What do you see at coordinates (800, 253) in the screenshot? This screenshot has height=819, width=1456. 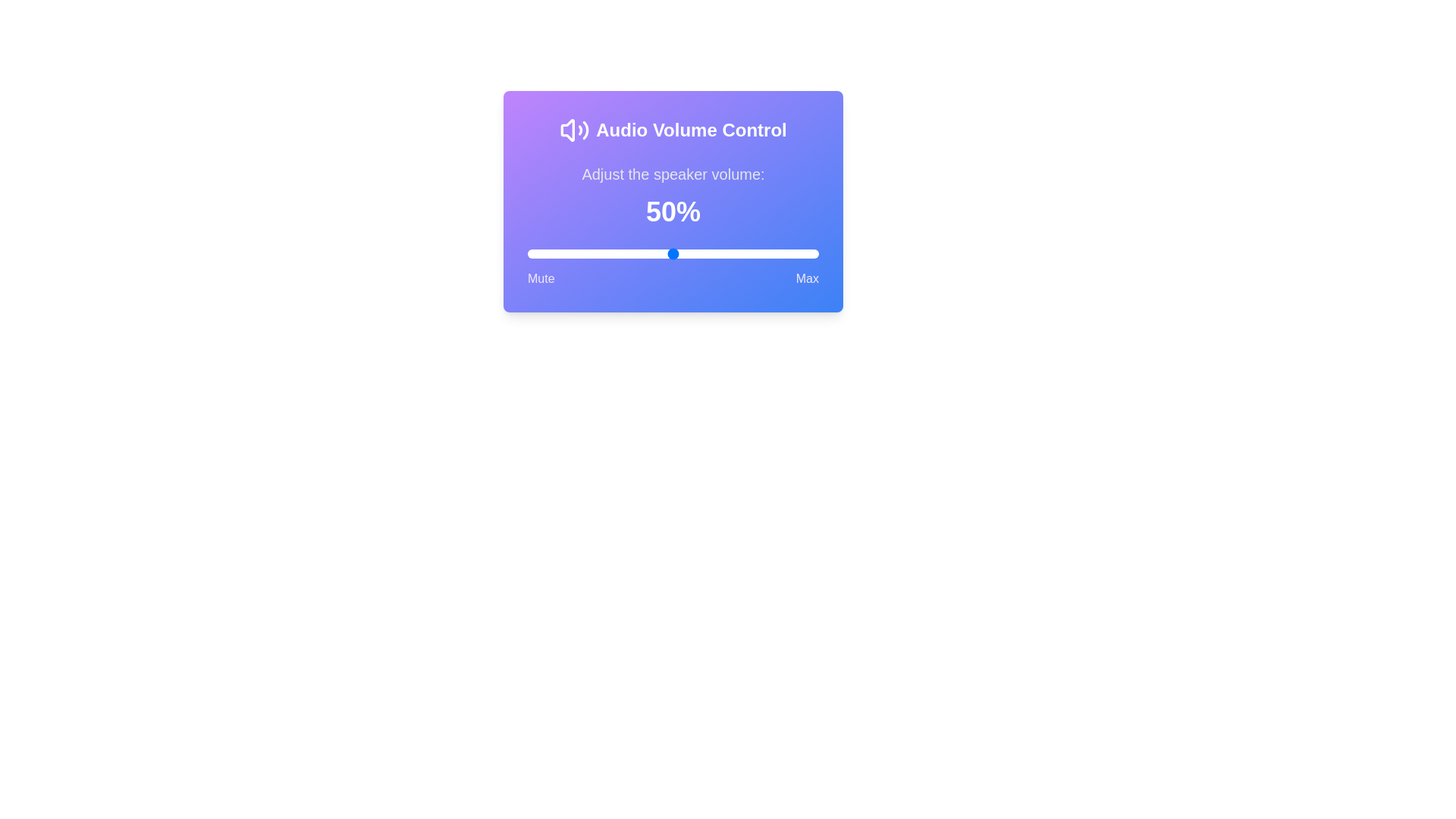 I see `the volume slider to 94%` at bounding box center [800, 253].